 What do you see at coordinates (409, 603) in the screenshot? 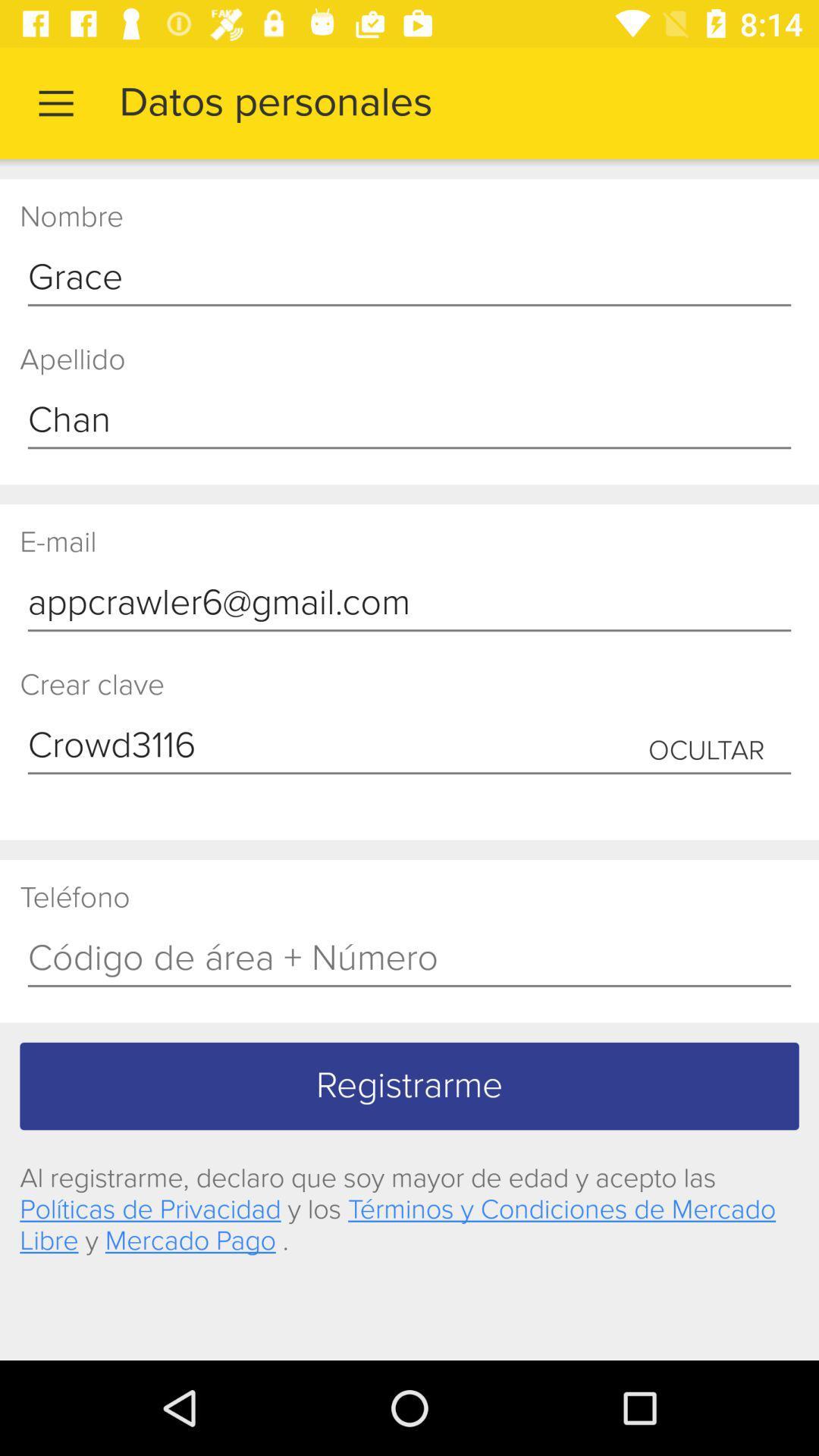
I see `the icon below the e-mail` at bounding box center [409, 603].